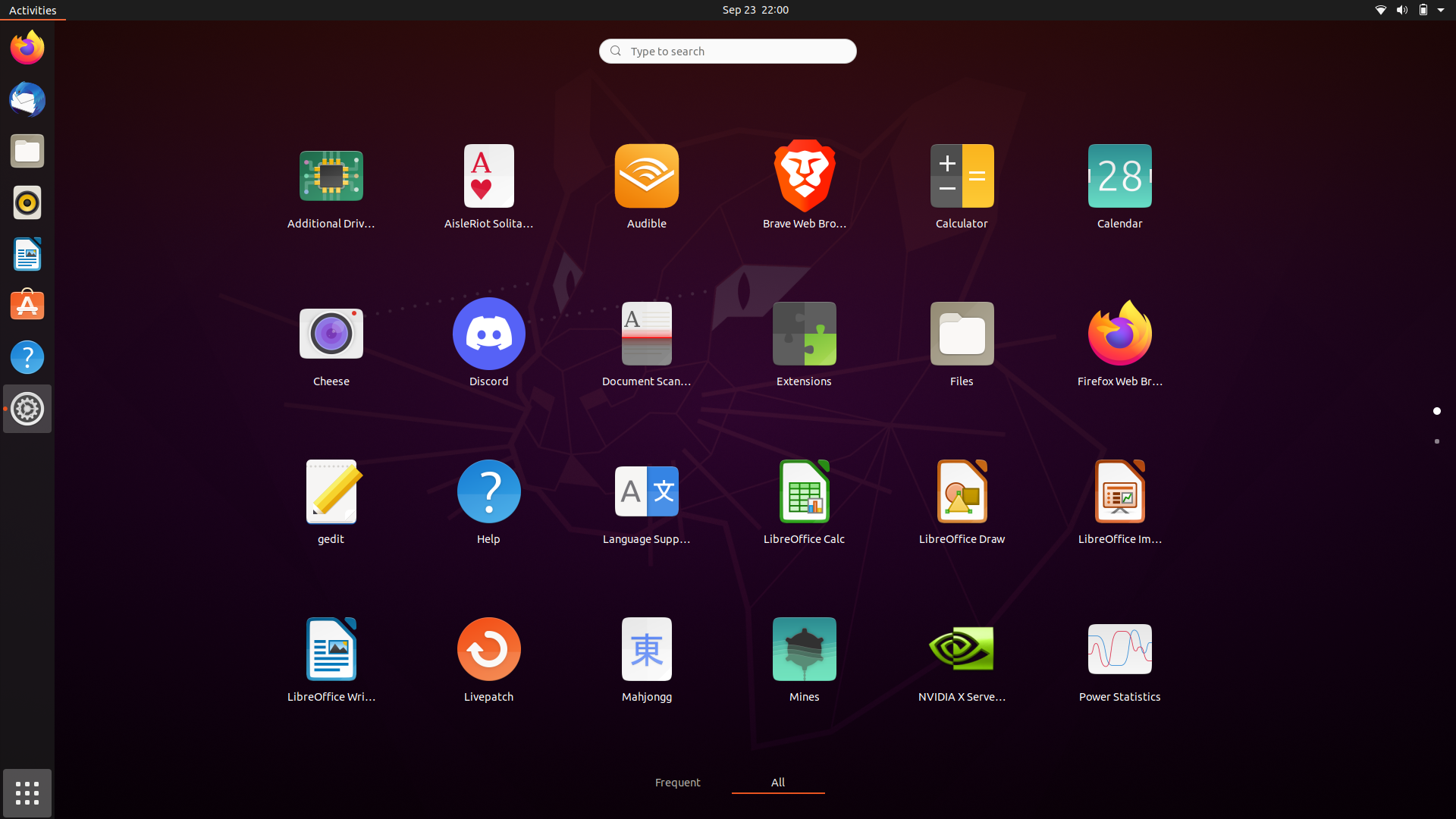 The height and width of the screenshot is (819, 1456). Describe the element at coordinates (331, 657) in the screenshot. I see `Click open the Word app` at that location.